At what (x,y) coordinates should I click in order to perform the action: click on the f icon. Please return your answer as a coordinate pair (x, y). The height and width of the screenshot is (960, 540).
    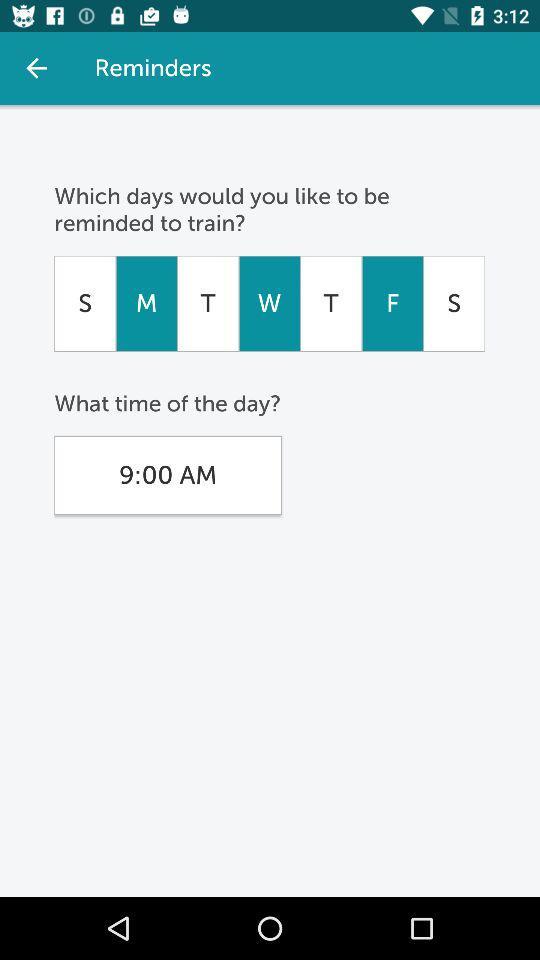
    Looking at the image, I should click on (392, 303).